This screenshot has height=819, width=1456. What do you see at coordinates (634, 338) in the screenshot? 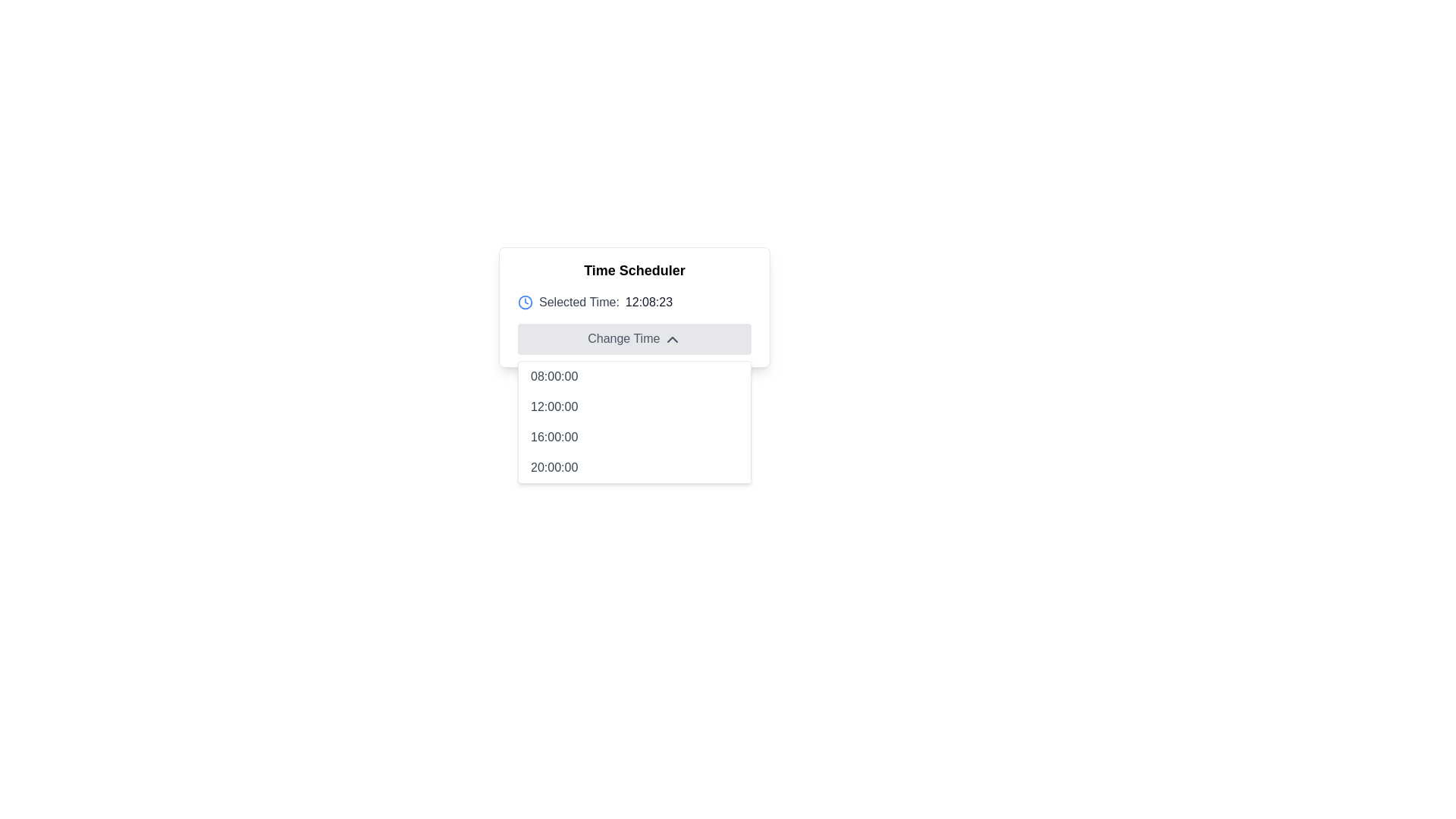
I see `the 'Change Time' dropdown toggle button, which is styled with a gray background and rounded corners, located below the 'Selected Time: 12:08:23' text in the 'Time Scheduler' card` at bounding box center [634, 338].